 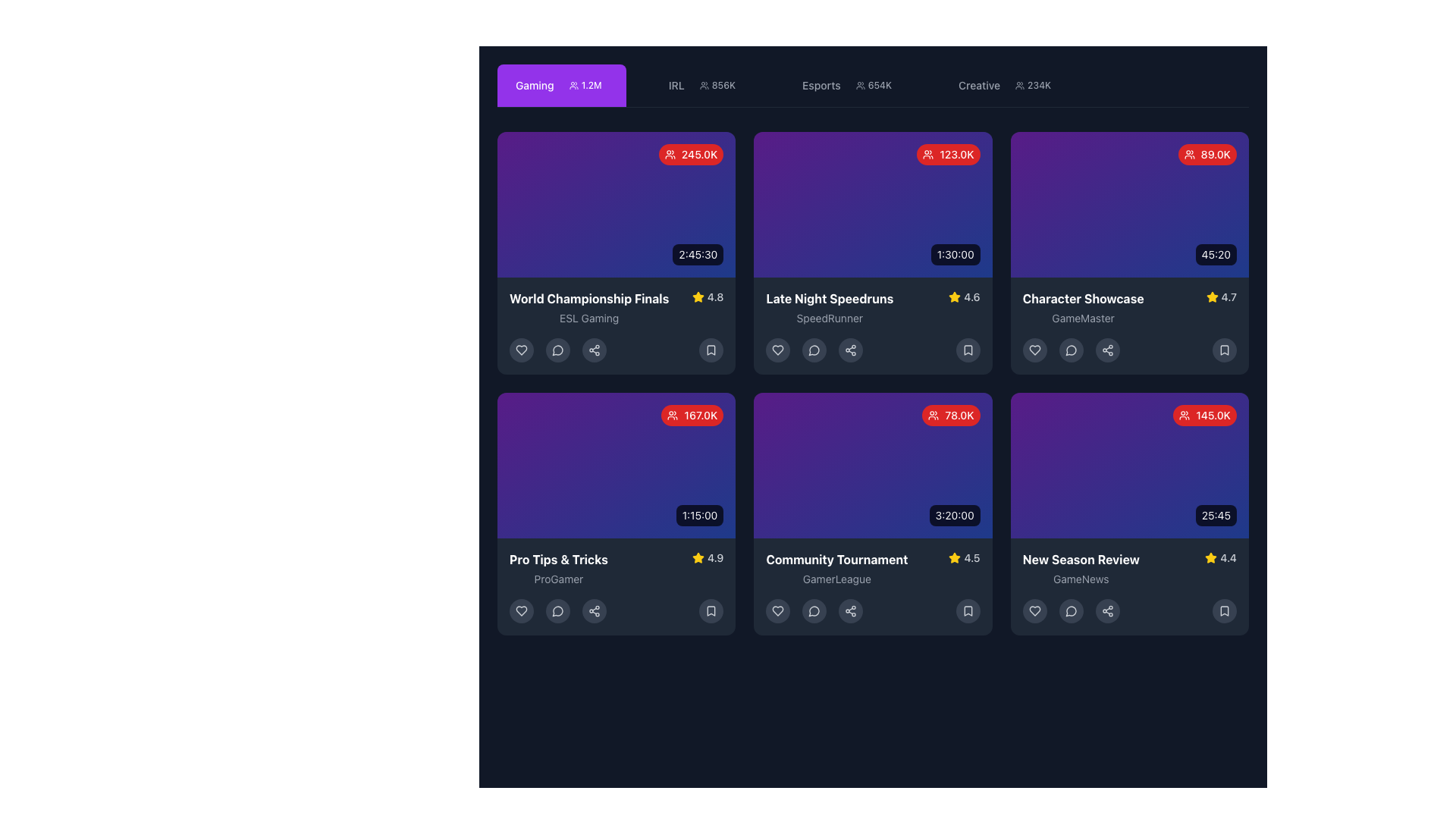 What do you see at coordinates (956, 155) in the screenshot?
I see `the Text label displaying '123.0K' in a small font on a red background, located in the top-right corner of the 'Late Night Speedruns' card` at bounding box center [956, 155].